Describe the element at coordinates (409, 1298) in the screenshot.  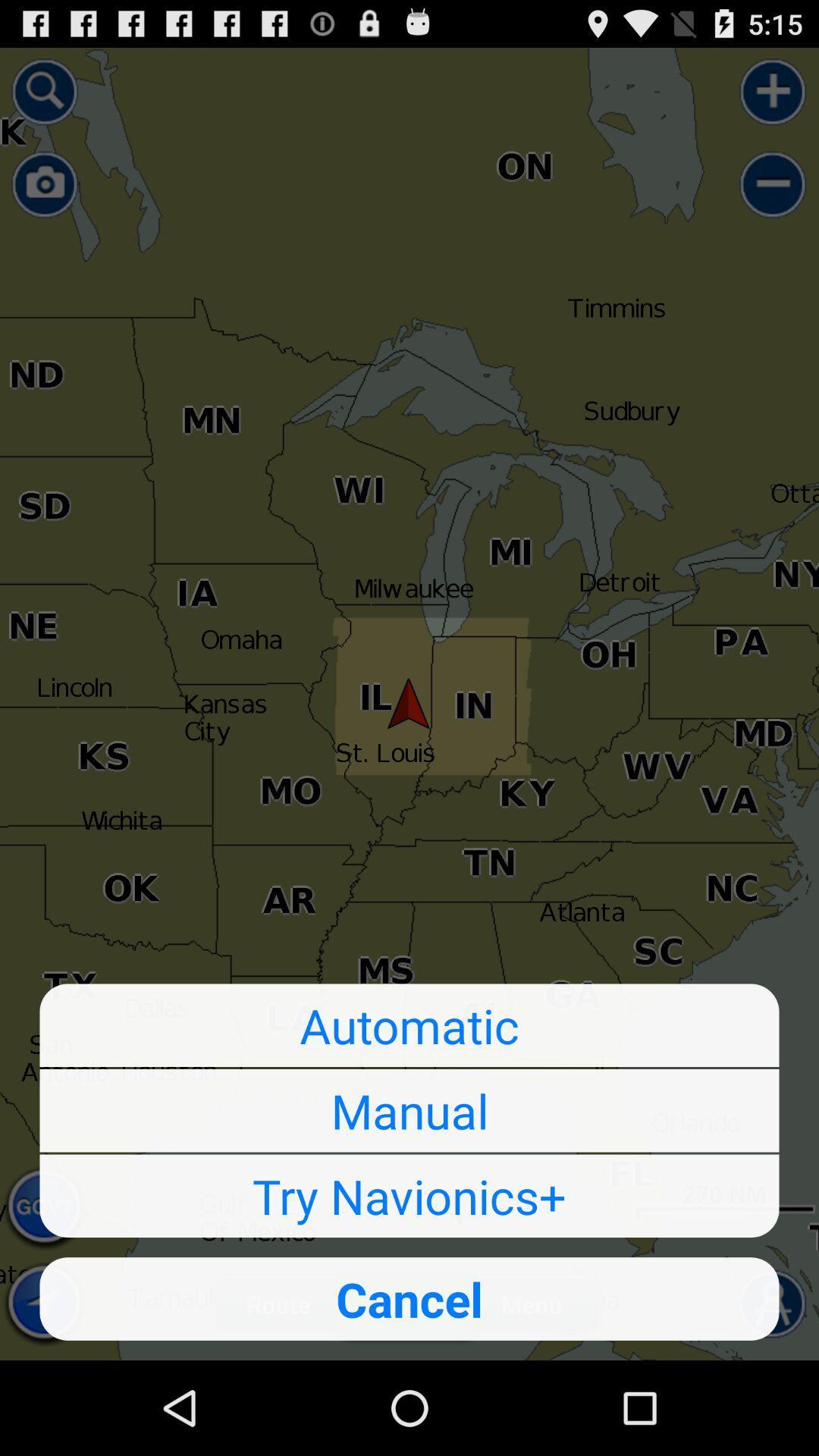
I see `the cancel button` at that location.